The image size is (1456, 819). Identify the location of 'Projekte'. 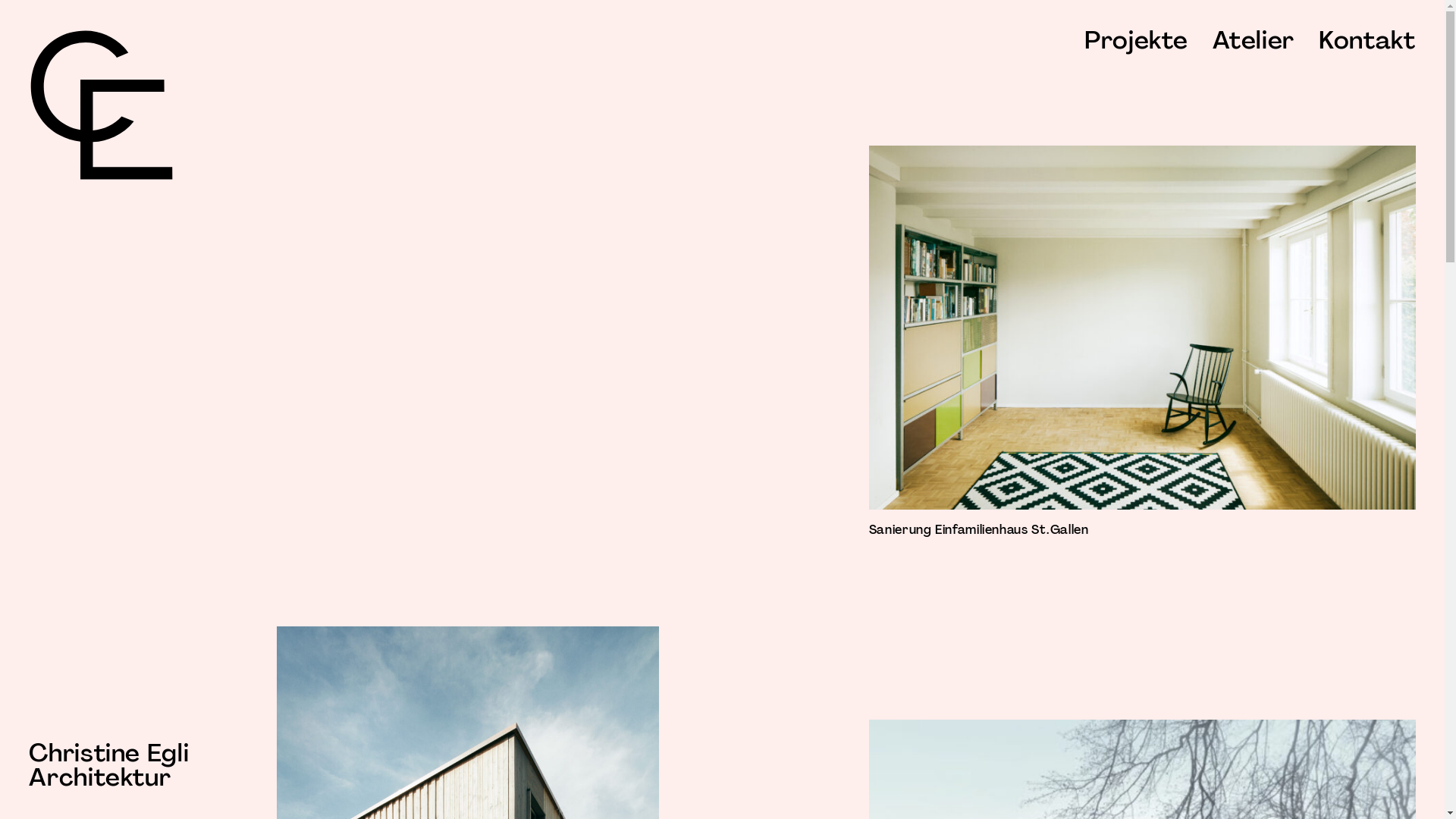
(1084, 39).